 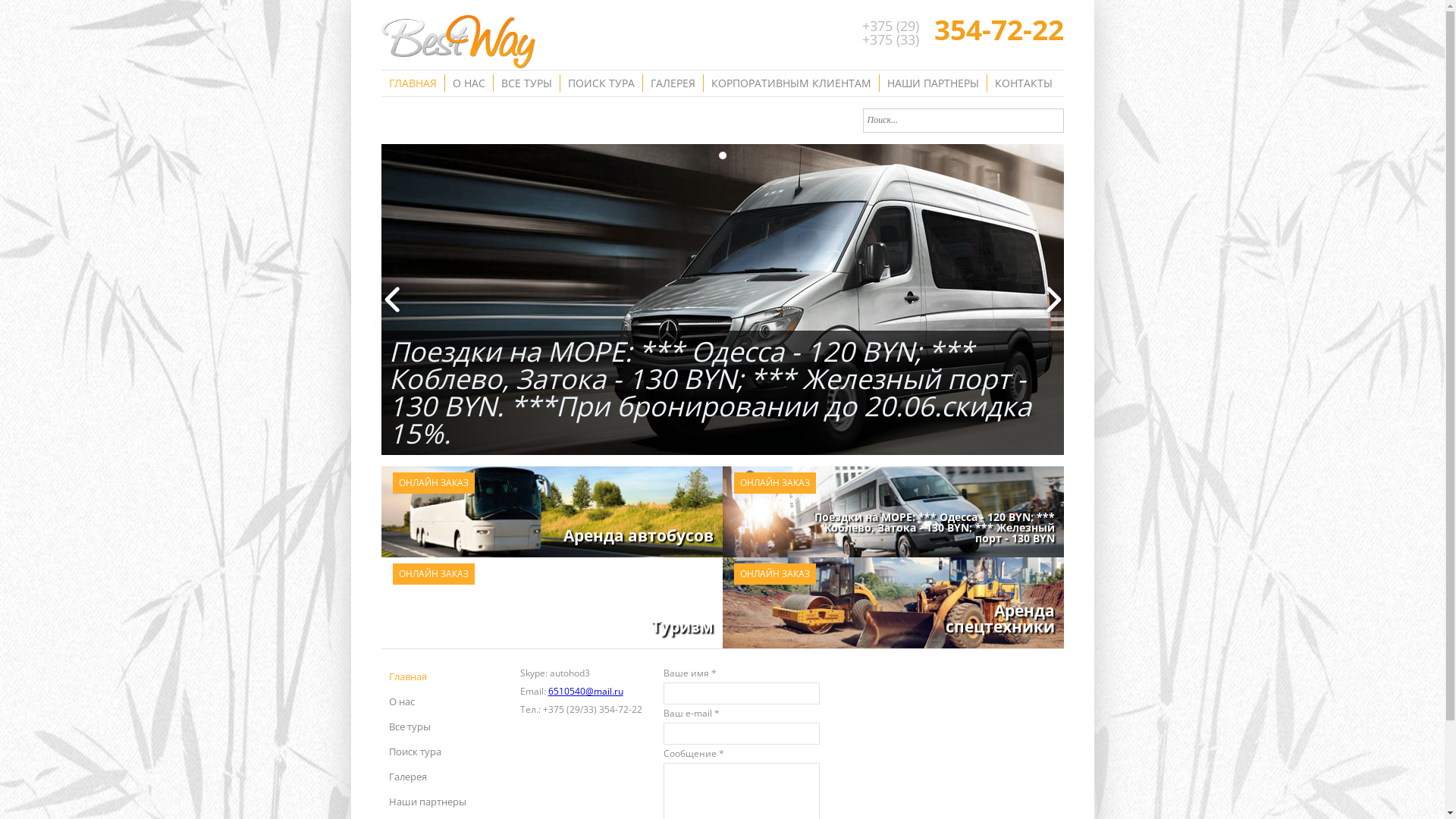 What do you see at coordinates (584, 691) in the screenshot?
I see `'6510540@mail.ru'` at bounding box center [584, 691].